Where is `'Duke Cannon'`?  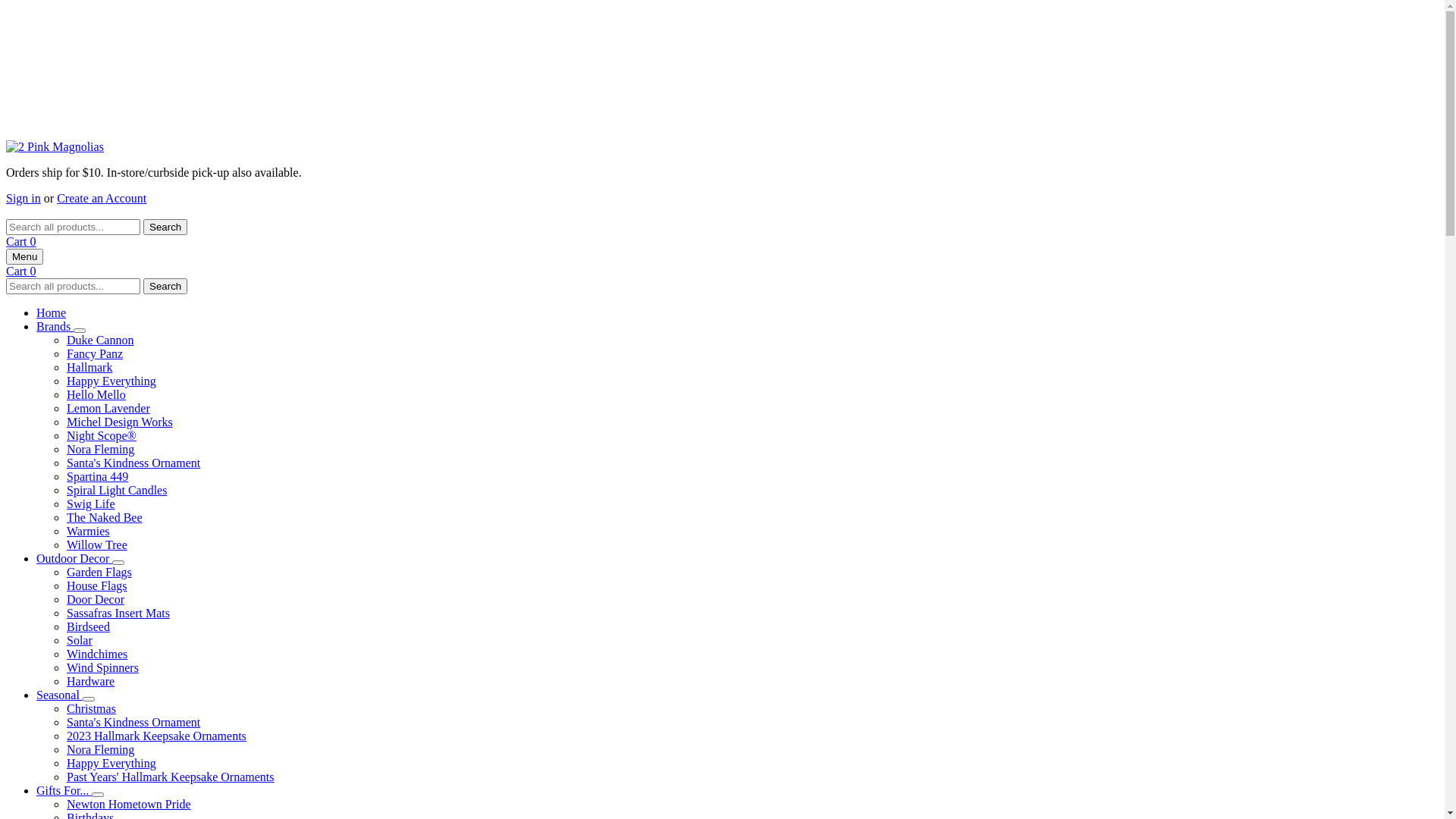 'Duke Cannon' is located at coordinates (99, 339).